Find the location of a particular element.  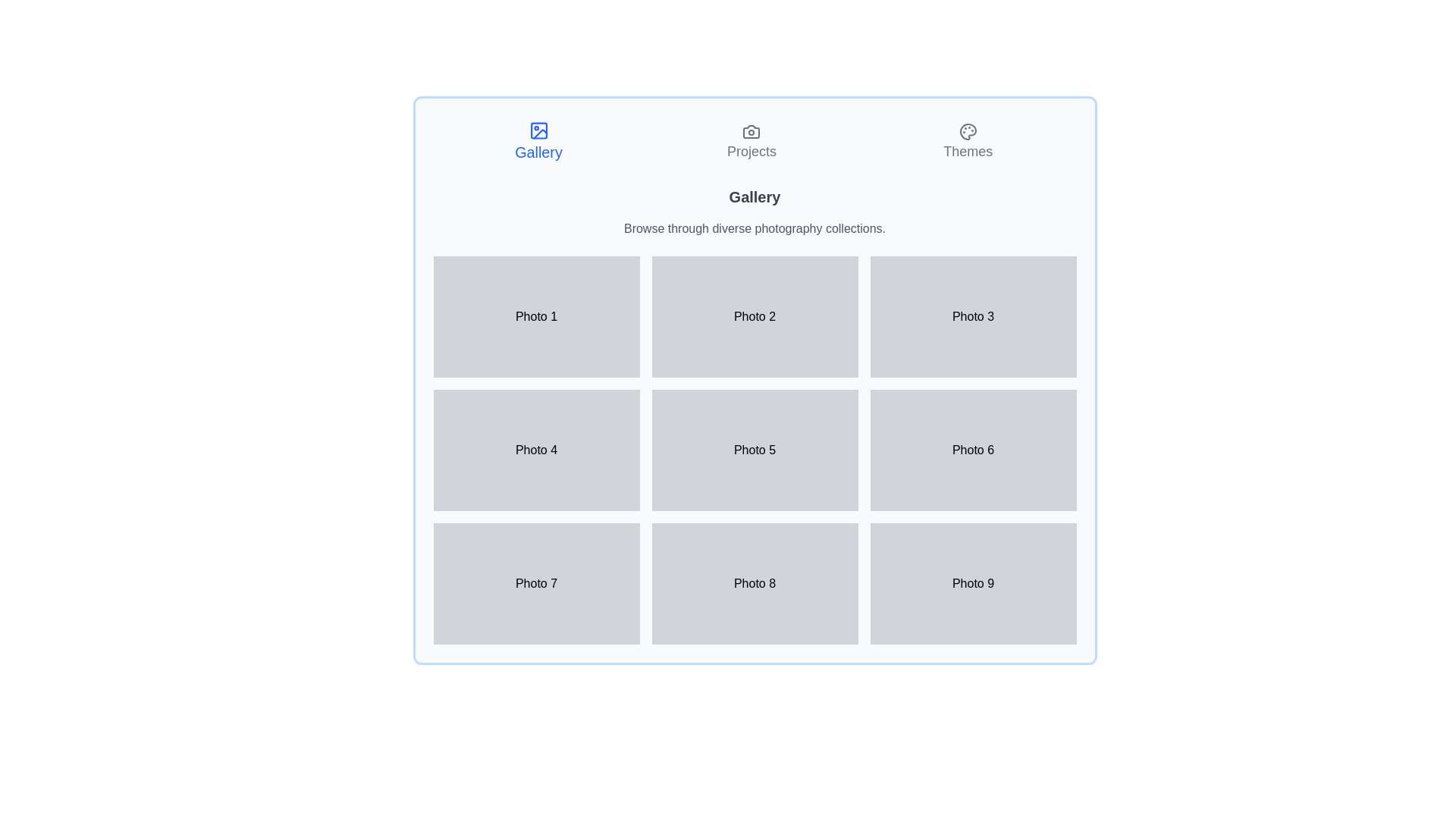

the camera icon, which is grey in color and located above the text 'Projects' in the top navigation bar is located at coordinates (752, 130).